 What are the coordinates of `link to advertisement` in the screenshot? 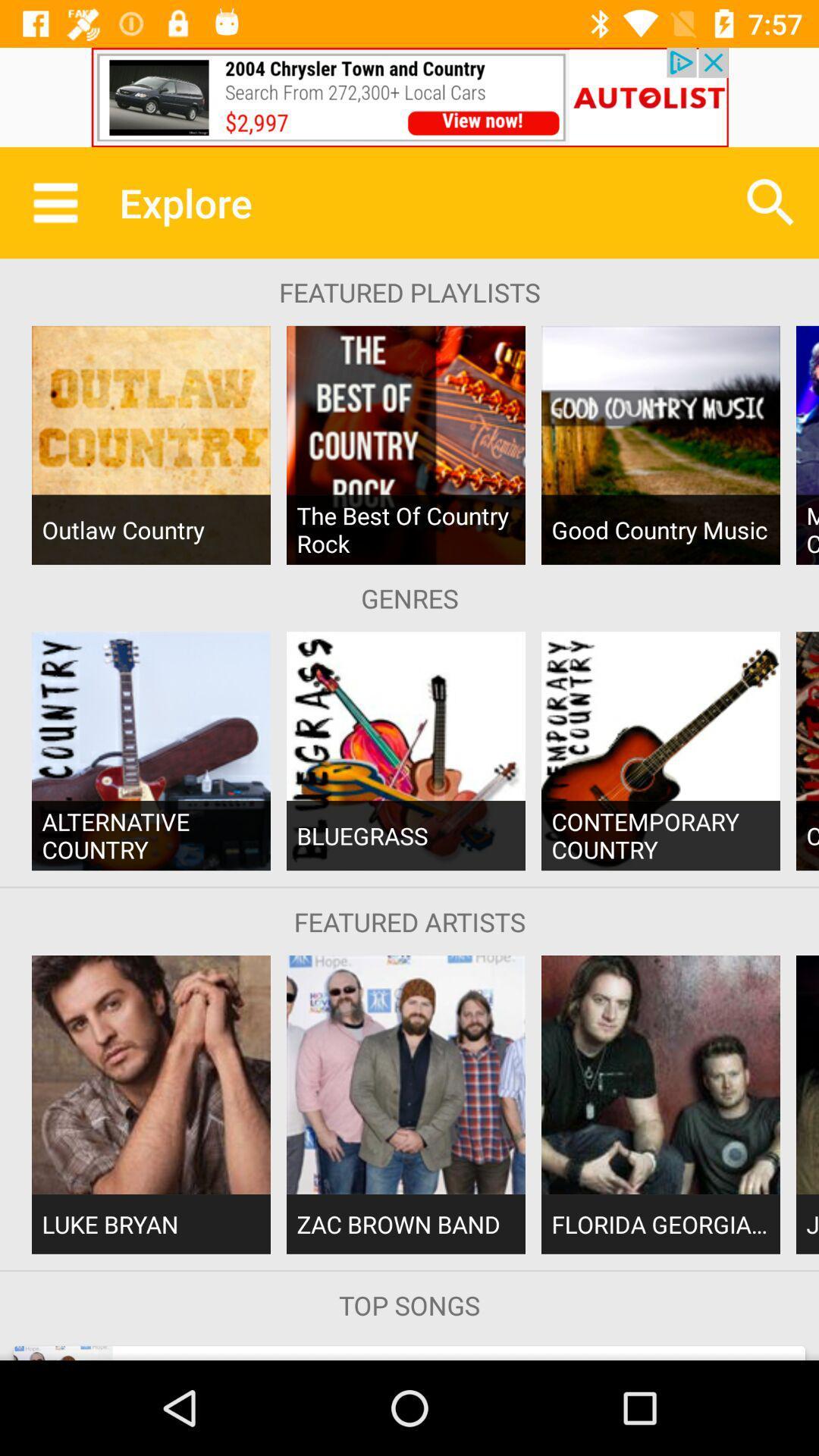 It's located at (409, 96).